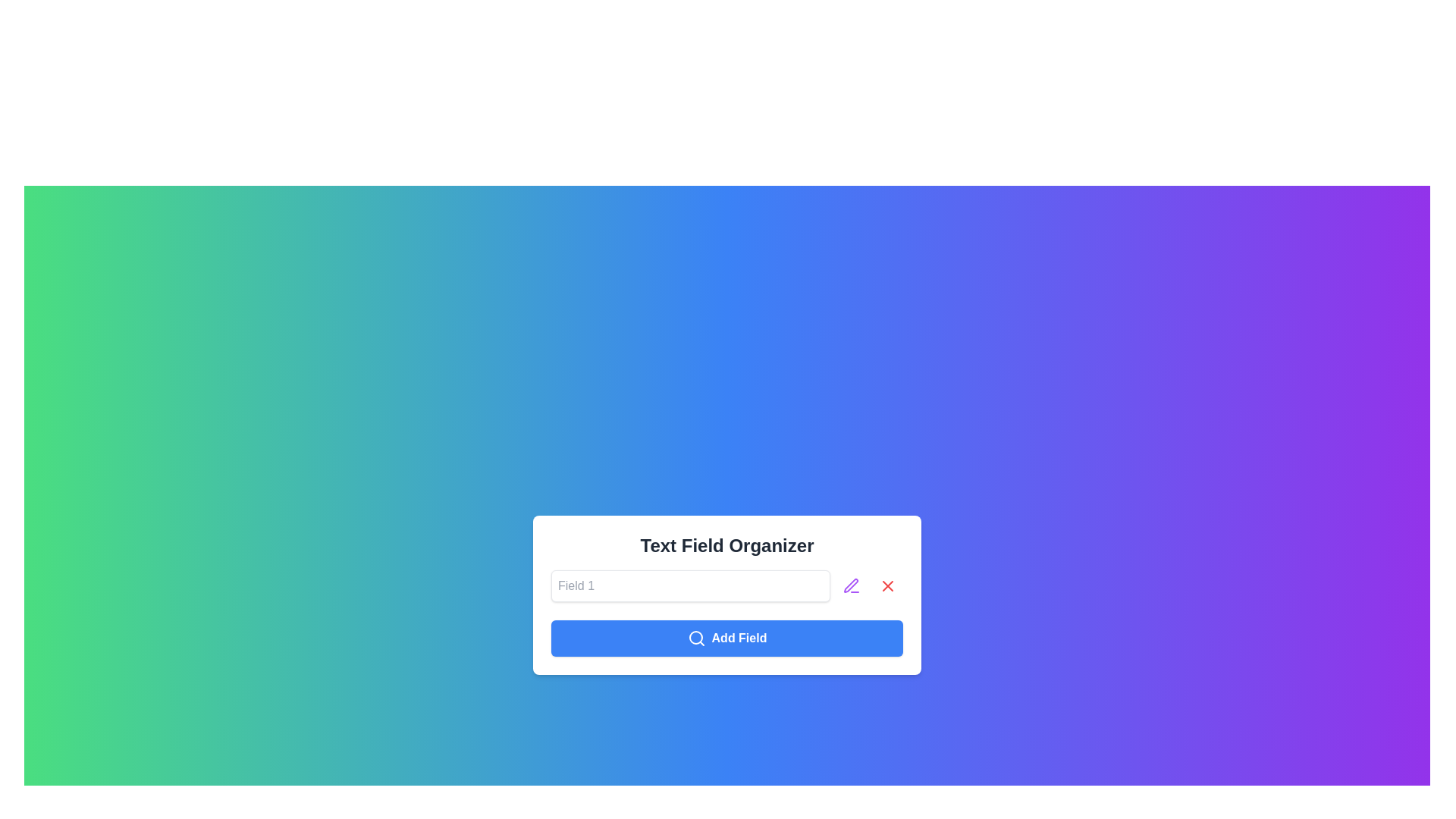 This screenshot has width=1456, height=819. I want to click on the close button icon located to the far-right of the text field in the 'Text Field Organizer' card, so click(888, 585).